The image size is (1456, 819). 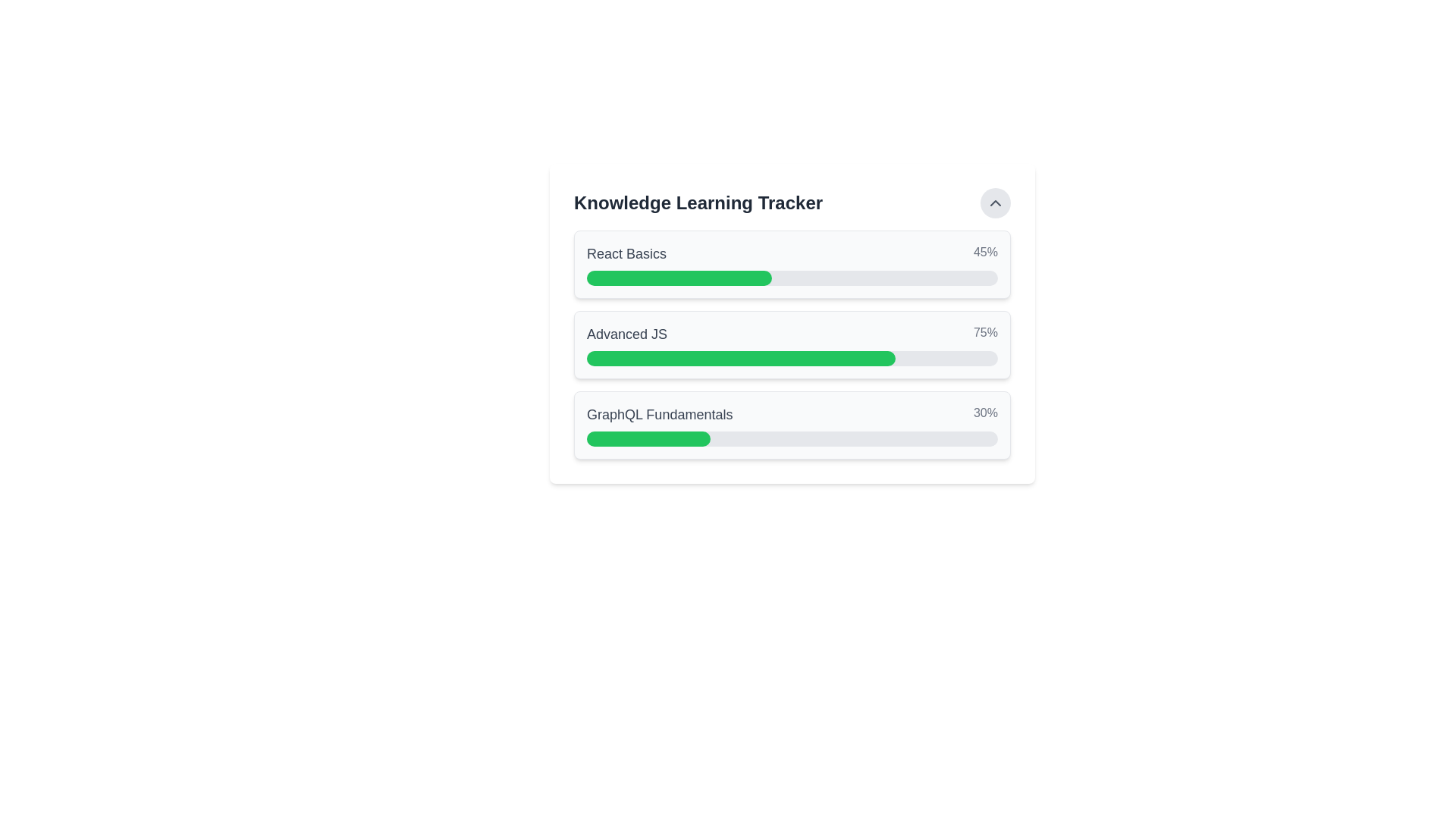 What do you see at coordinates (626, 333) in the screenshot?
I see `the 'Advanced JS' text label in the Knowledge Learning Tracker, located between 'React Basics' and 'GraphQL Fundamentals'` at bounding box center [626, 333].